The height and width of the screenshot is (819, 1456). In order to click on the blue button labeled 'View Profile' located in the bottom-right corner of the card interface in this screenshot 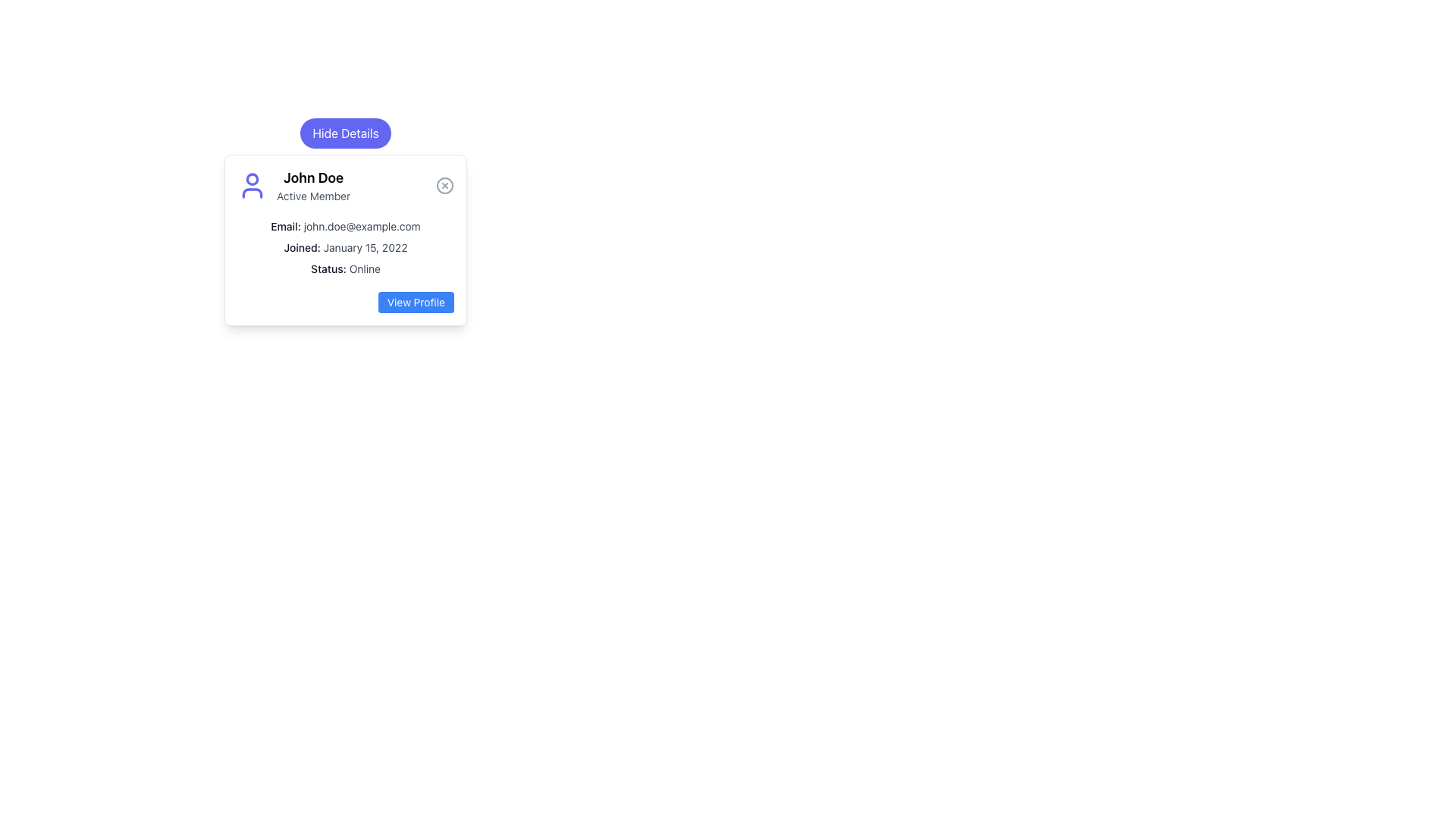, I will do `click(416, 302)`.